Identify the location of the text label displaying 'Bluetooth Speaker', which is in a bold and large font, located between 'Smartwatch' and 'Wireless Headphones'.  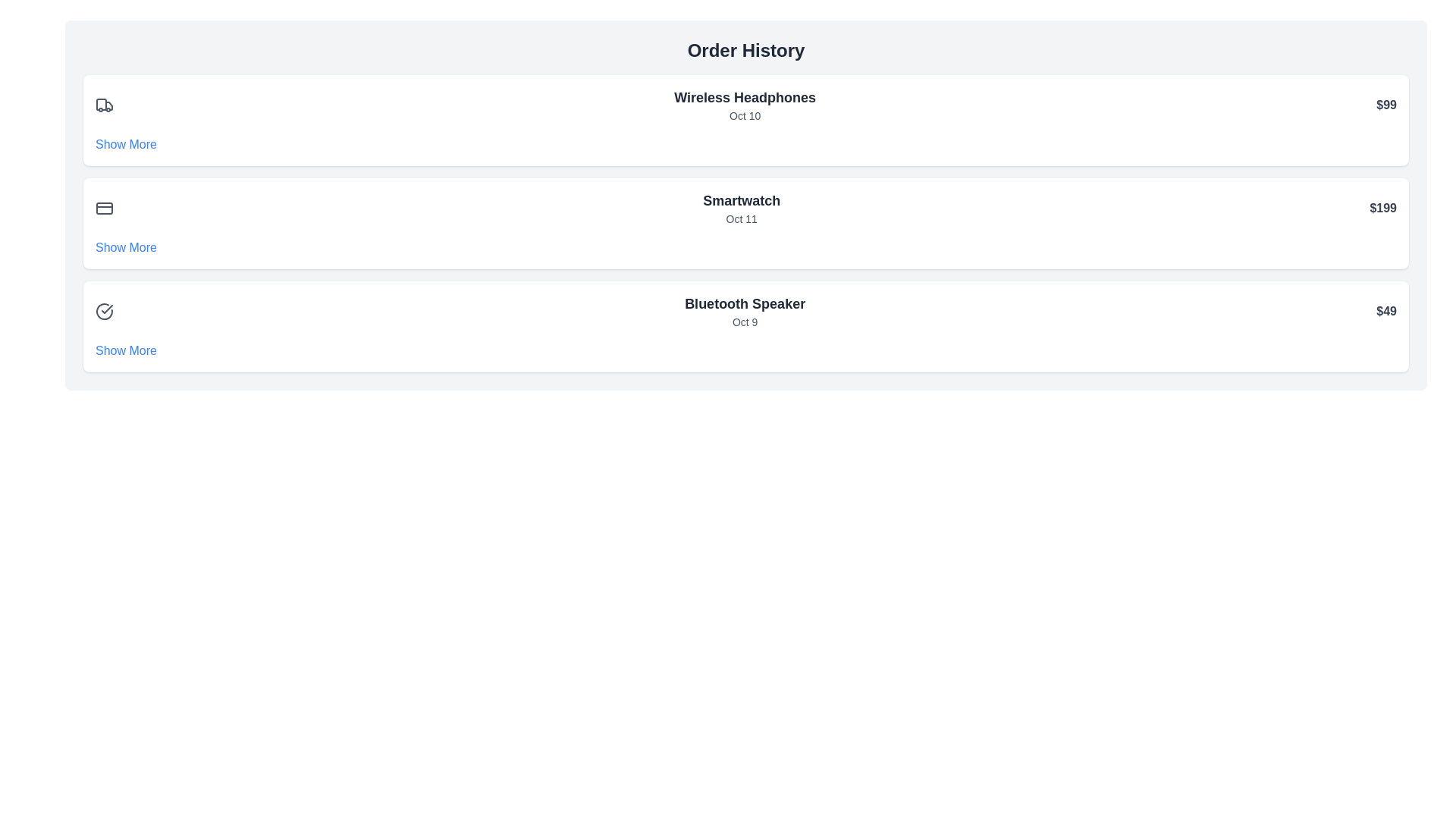
(745, 304).